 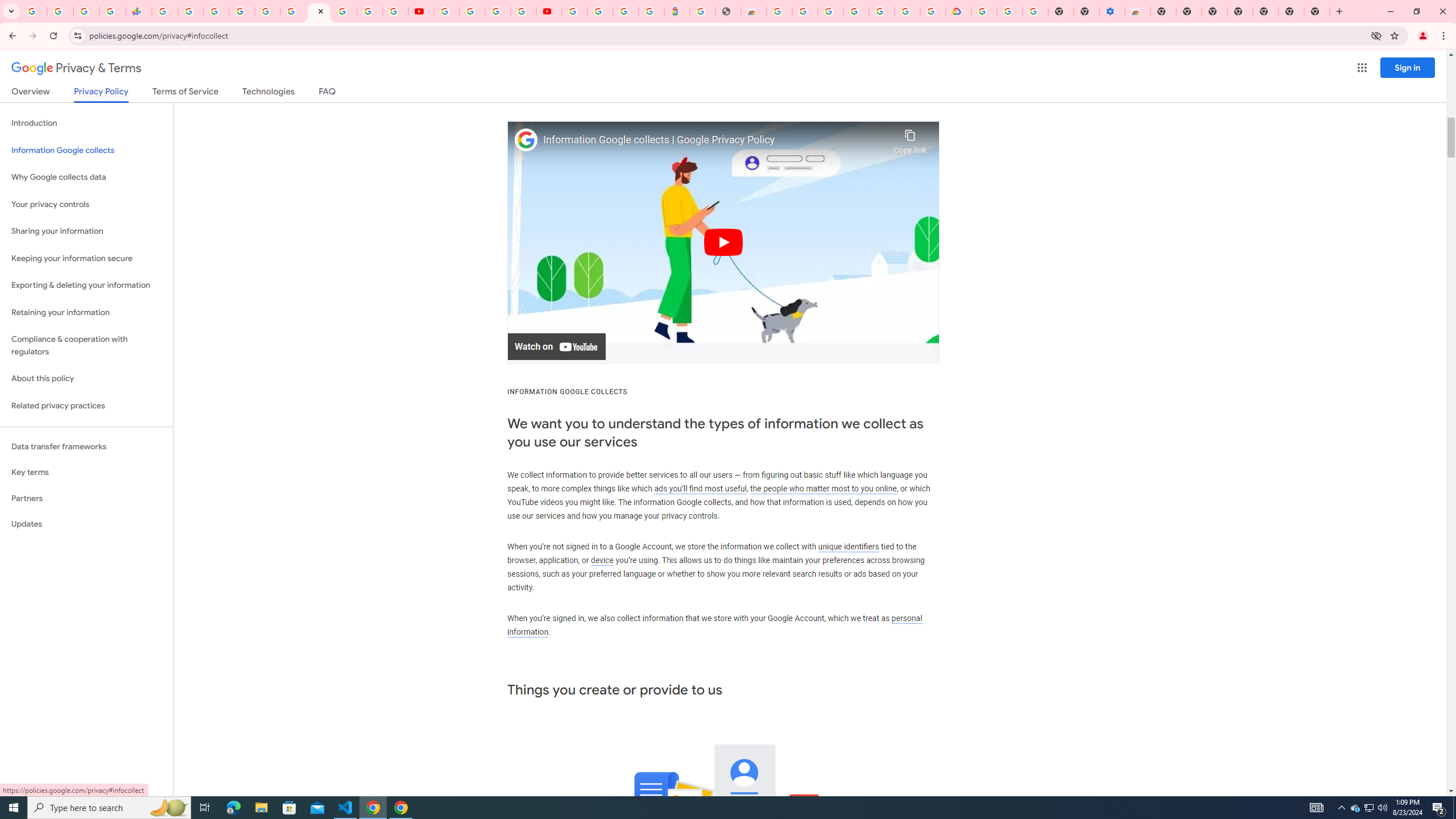 I want to click on 'Google apps', so click(x=1361, y=67).